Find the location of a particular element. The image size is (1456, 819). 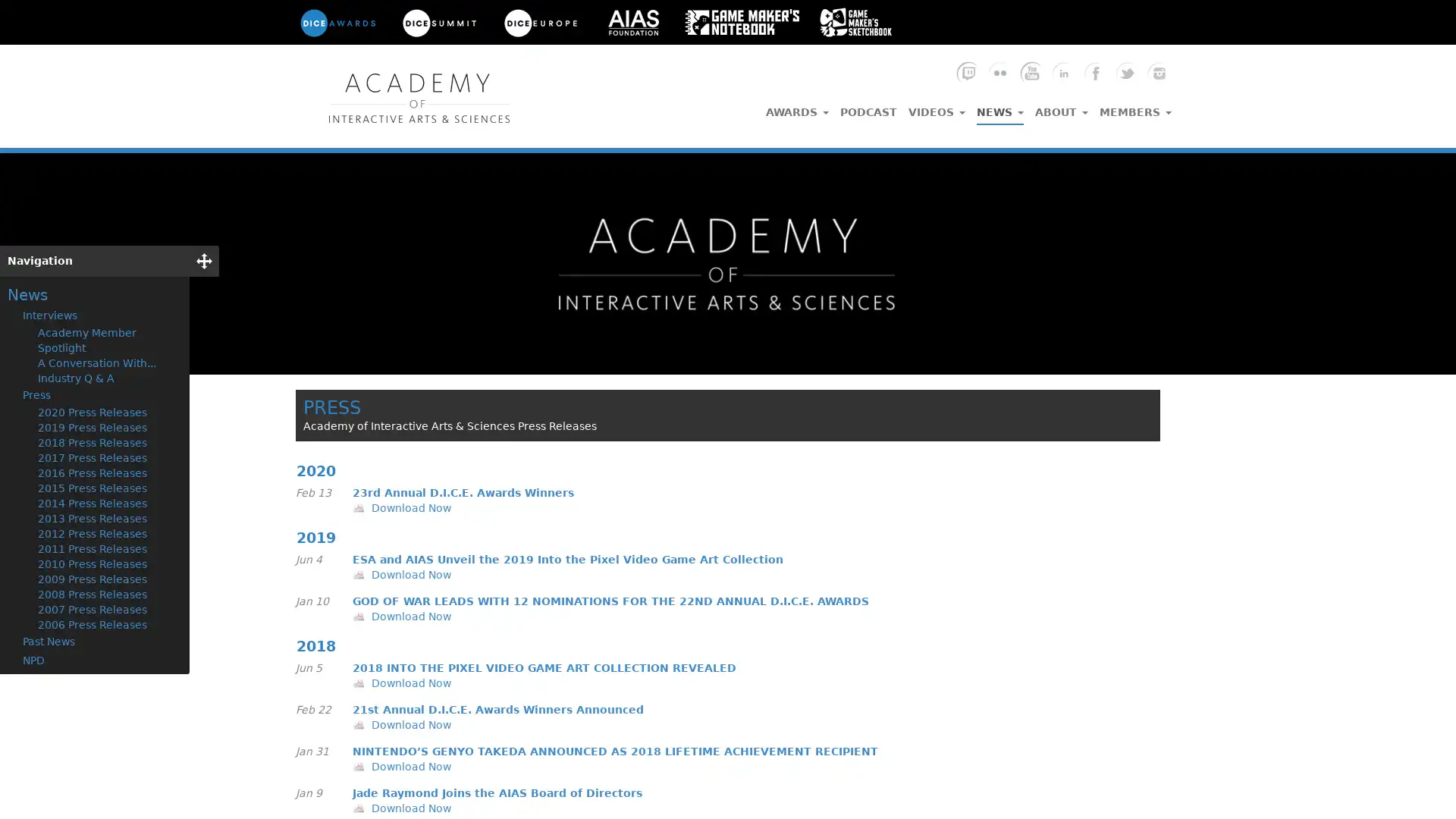

NEWS is located at coordinates (1000, 108).